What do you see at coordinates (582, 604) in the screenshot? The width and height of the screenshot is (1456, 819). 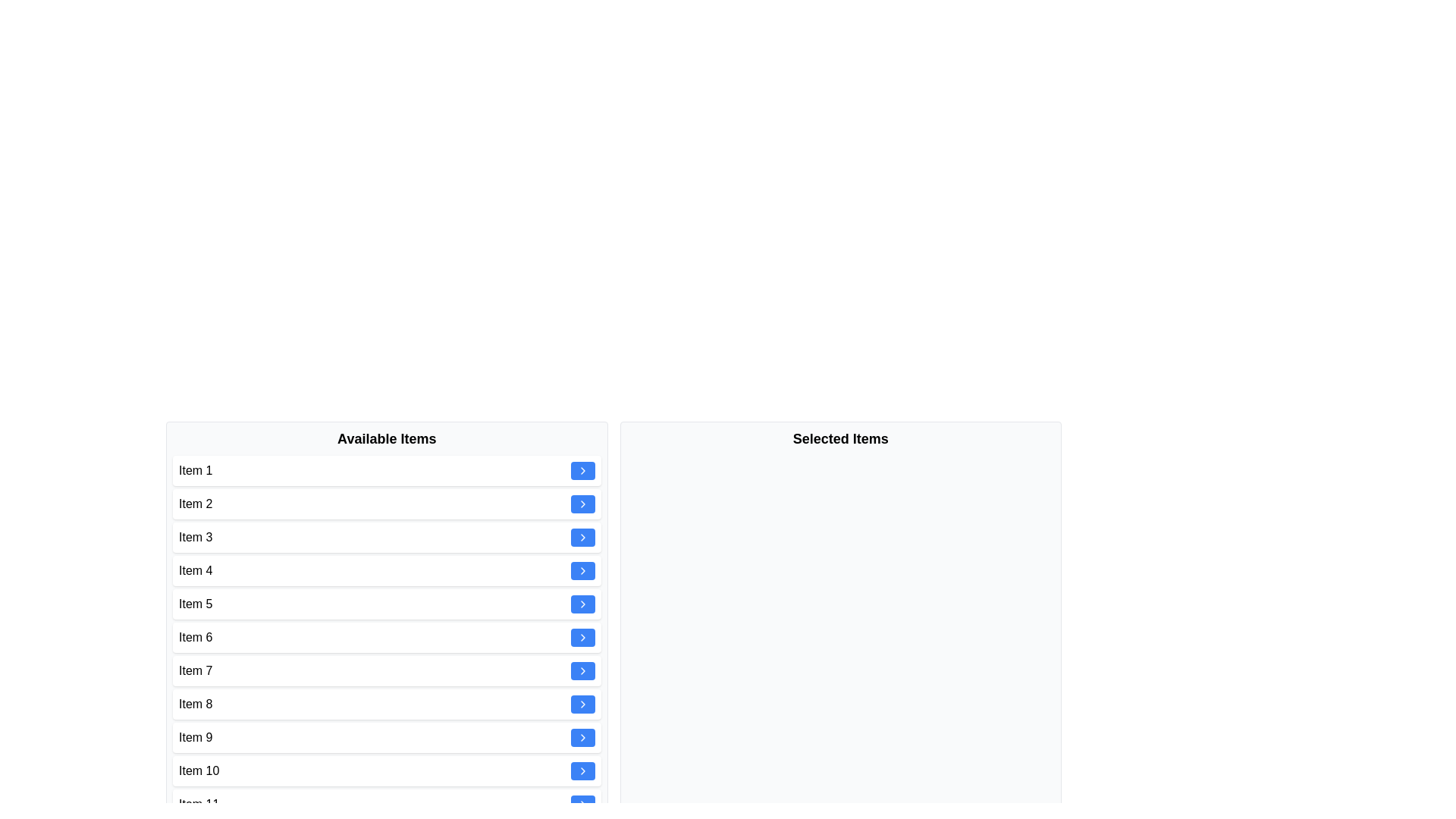 I see `the action trigger button located at the rightmost part of the 'Item 5' list entry under the 'Available Items' section` at bounding box center [582, 604].